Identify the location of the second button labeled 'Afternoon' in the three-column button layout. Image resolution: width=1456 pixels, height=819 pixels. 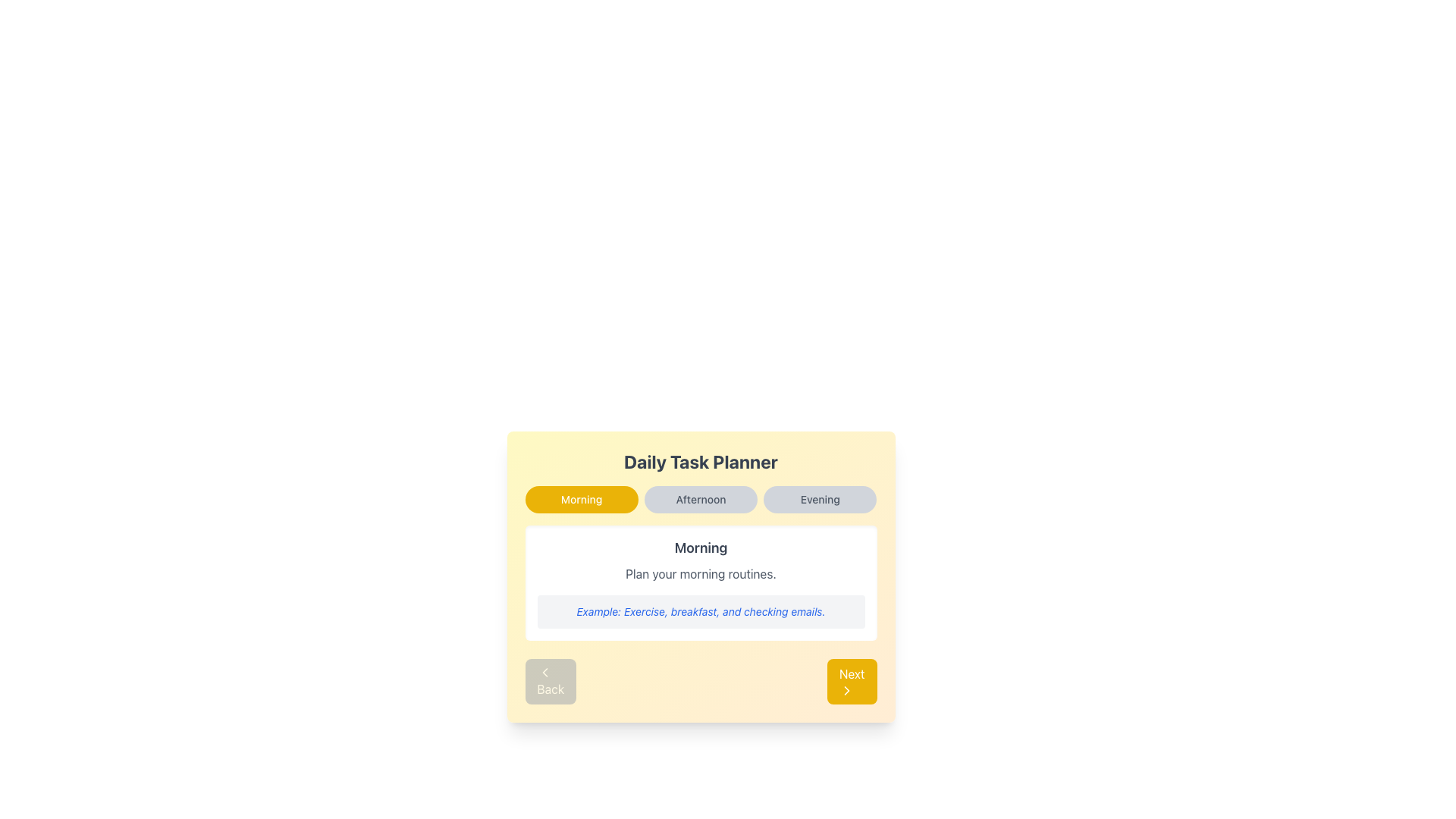
(700, 500).